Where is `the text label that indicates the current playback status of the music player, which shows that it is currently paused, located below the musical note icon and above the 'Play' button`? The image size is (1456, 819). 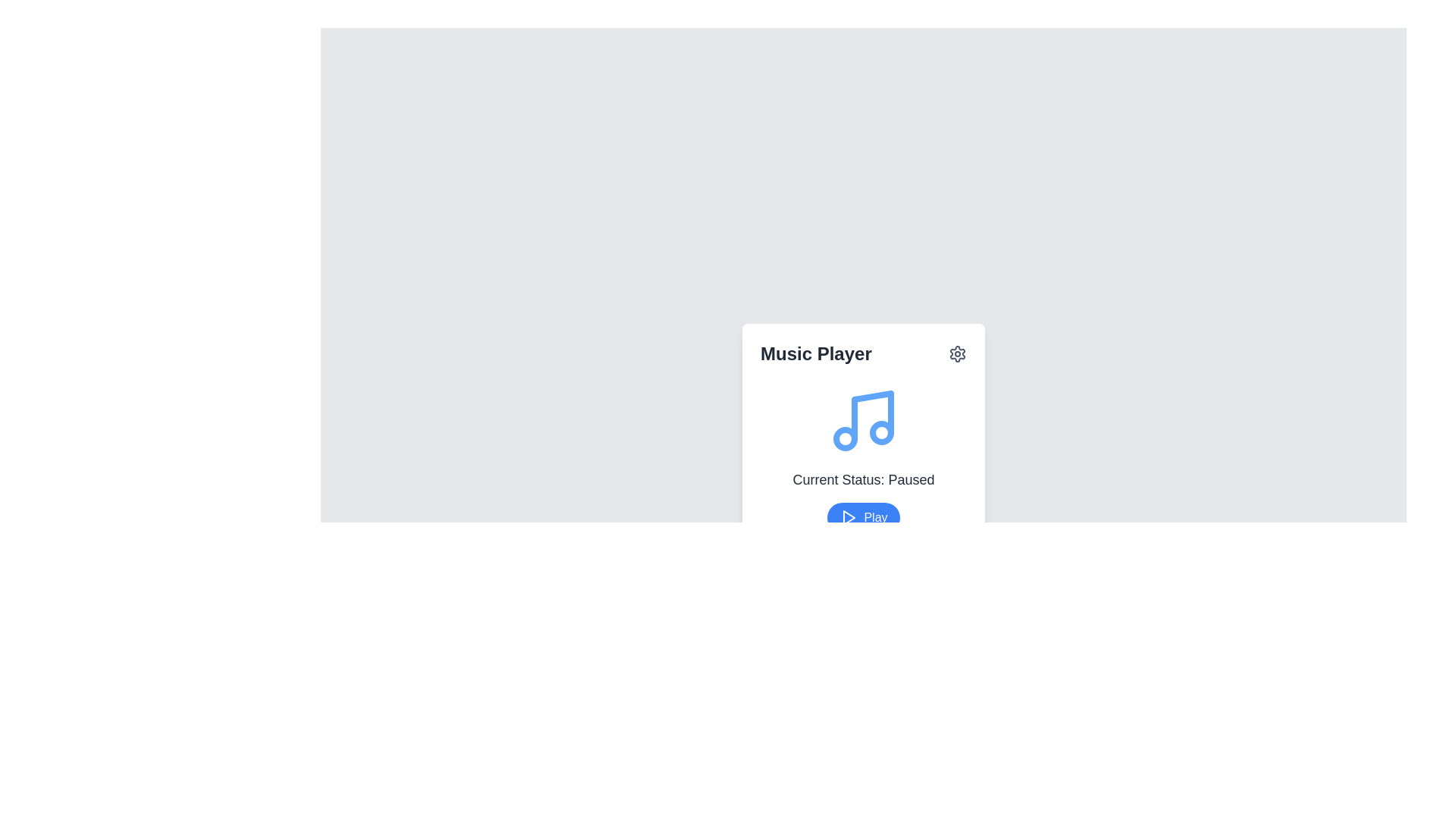
the text label that indicates the current playback status of the music player, which shows that it is currently paused, located below the musical note icon and above the 'Play' button is located at coordinates (863, 479).